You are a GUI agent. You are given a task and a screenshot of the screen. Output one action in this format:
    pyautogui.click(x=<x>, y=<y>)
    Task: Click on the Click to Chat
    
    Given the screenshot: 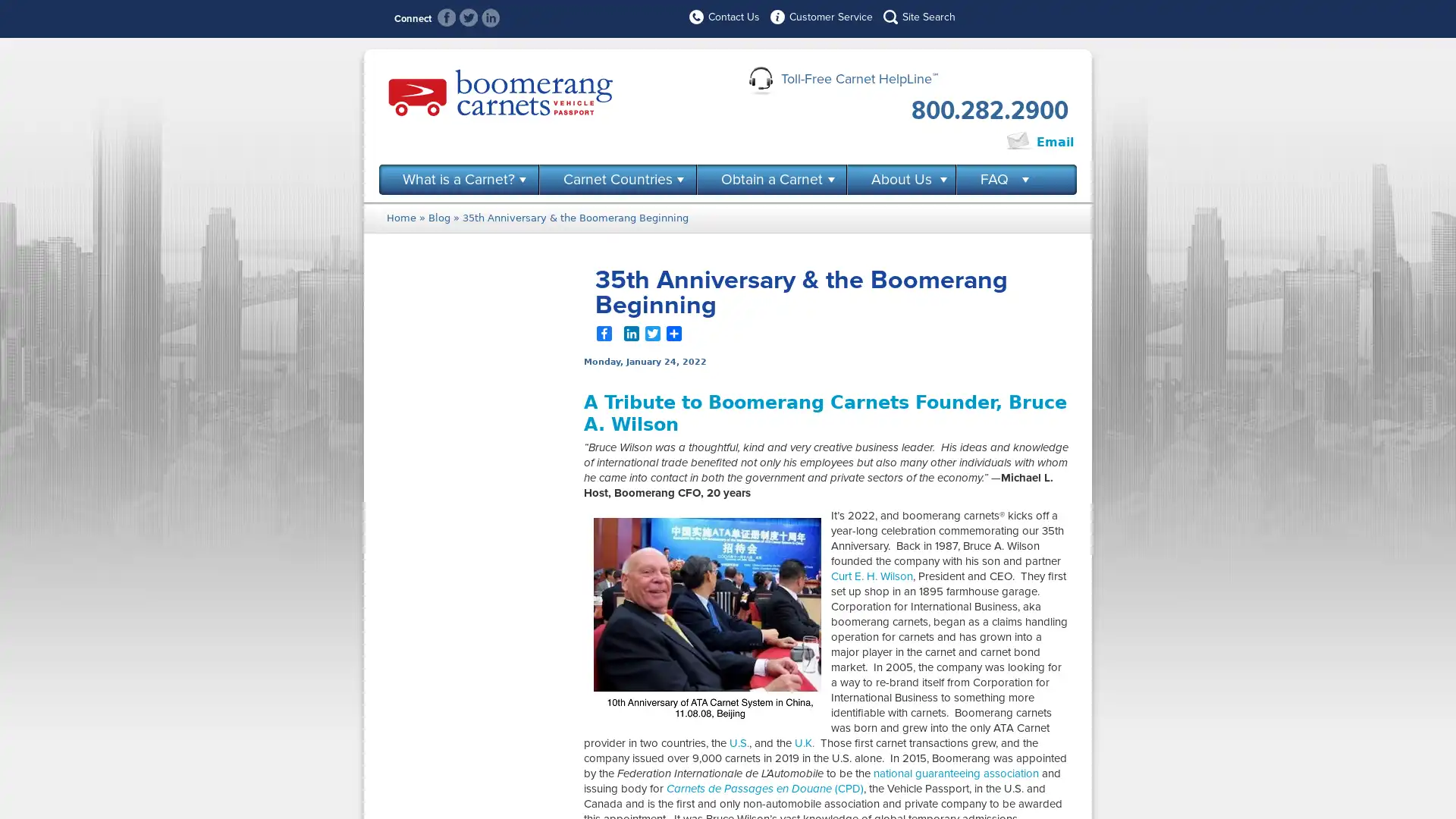 What is the action you would take?
    pyautogui.click(x=952, y=143)
    